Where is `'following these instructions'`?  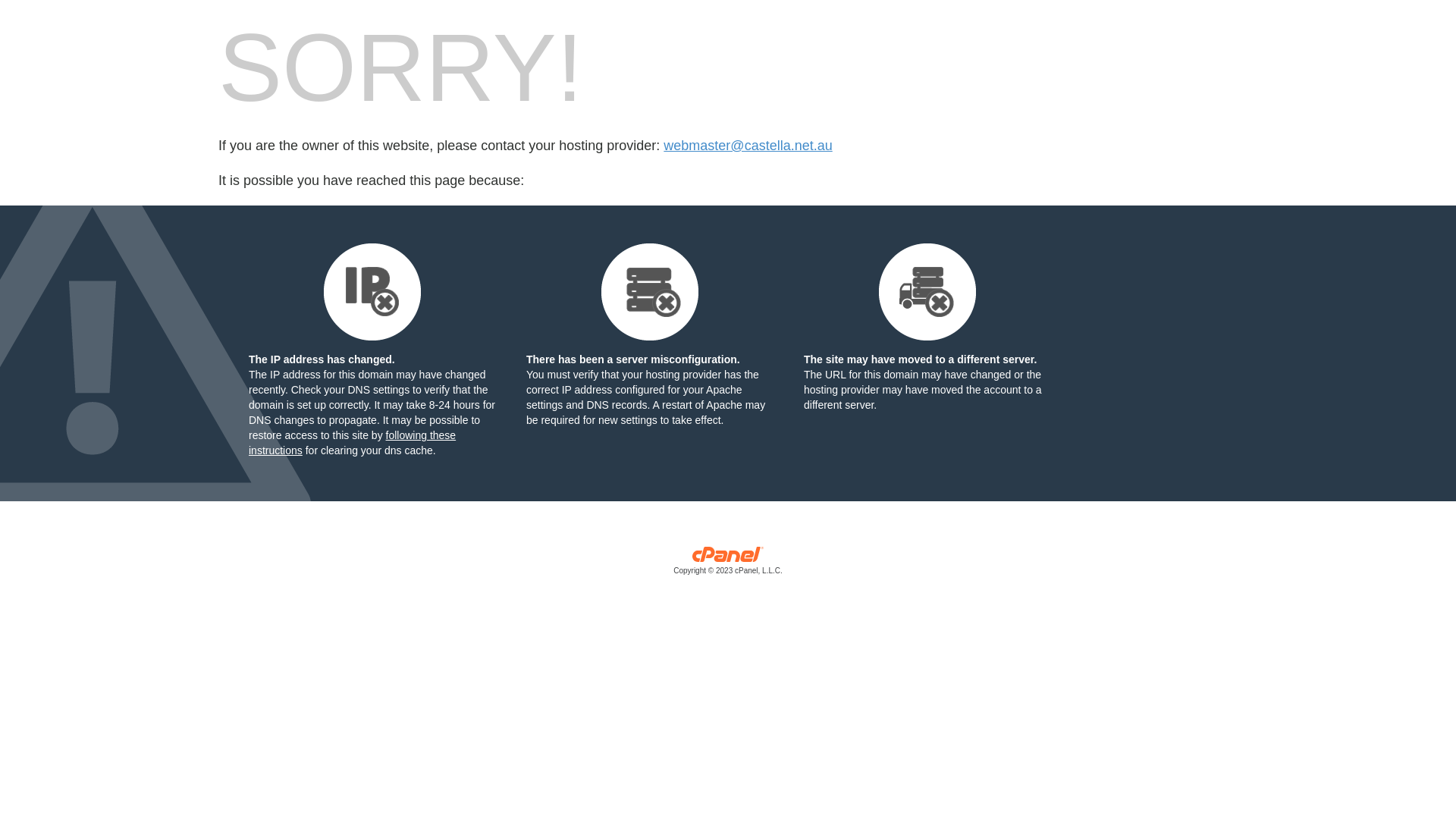
'following these instructions' is located at coordinates (351, 442).